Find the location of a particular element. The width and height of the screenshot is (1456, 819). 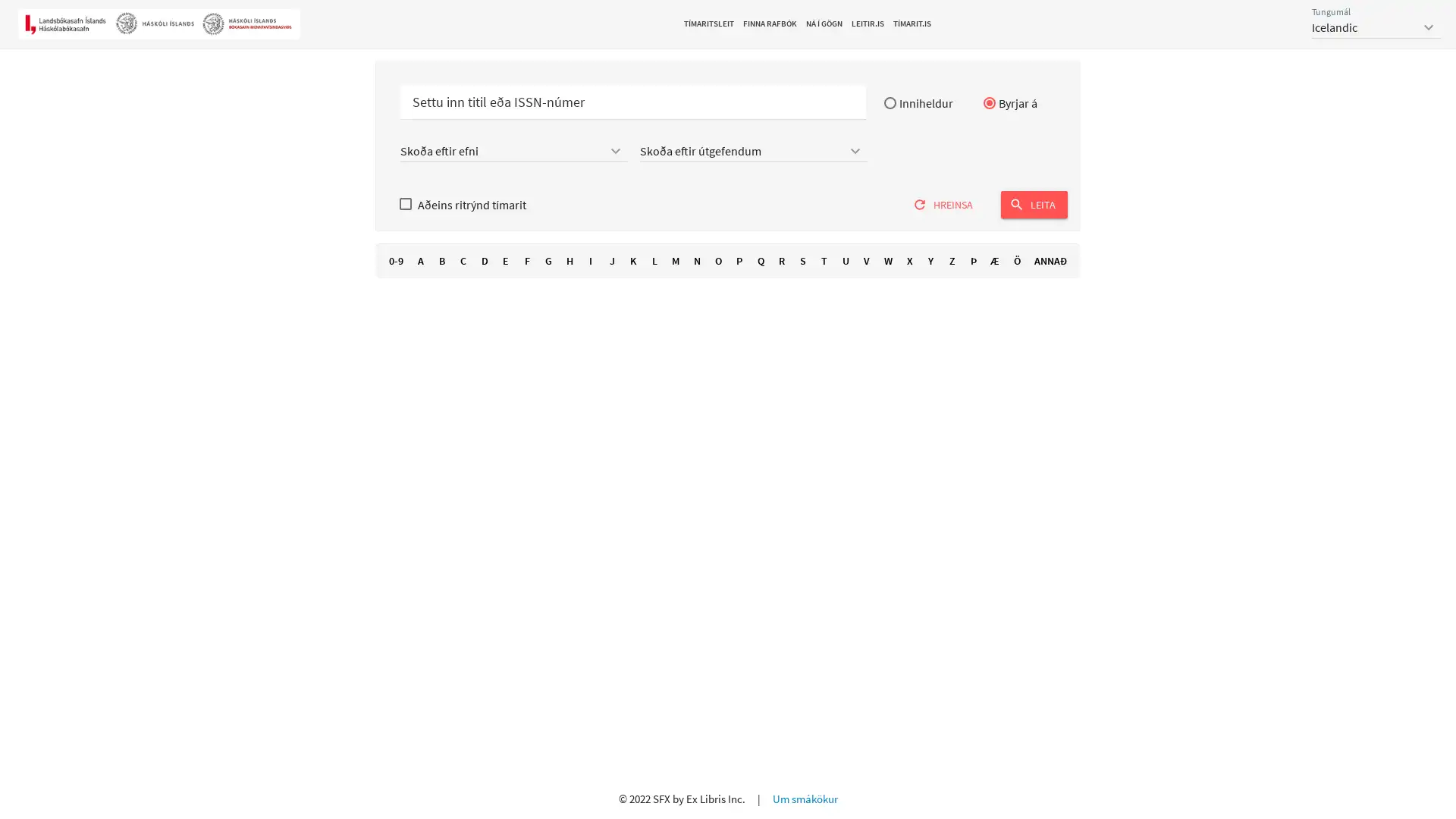

K is located at coordinates (633, 259).